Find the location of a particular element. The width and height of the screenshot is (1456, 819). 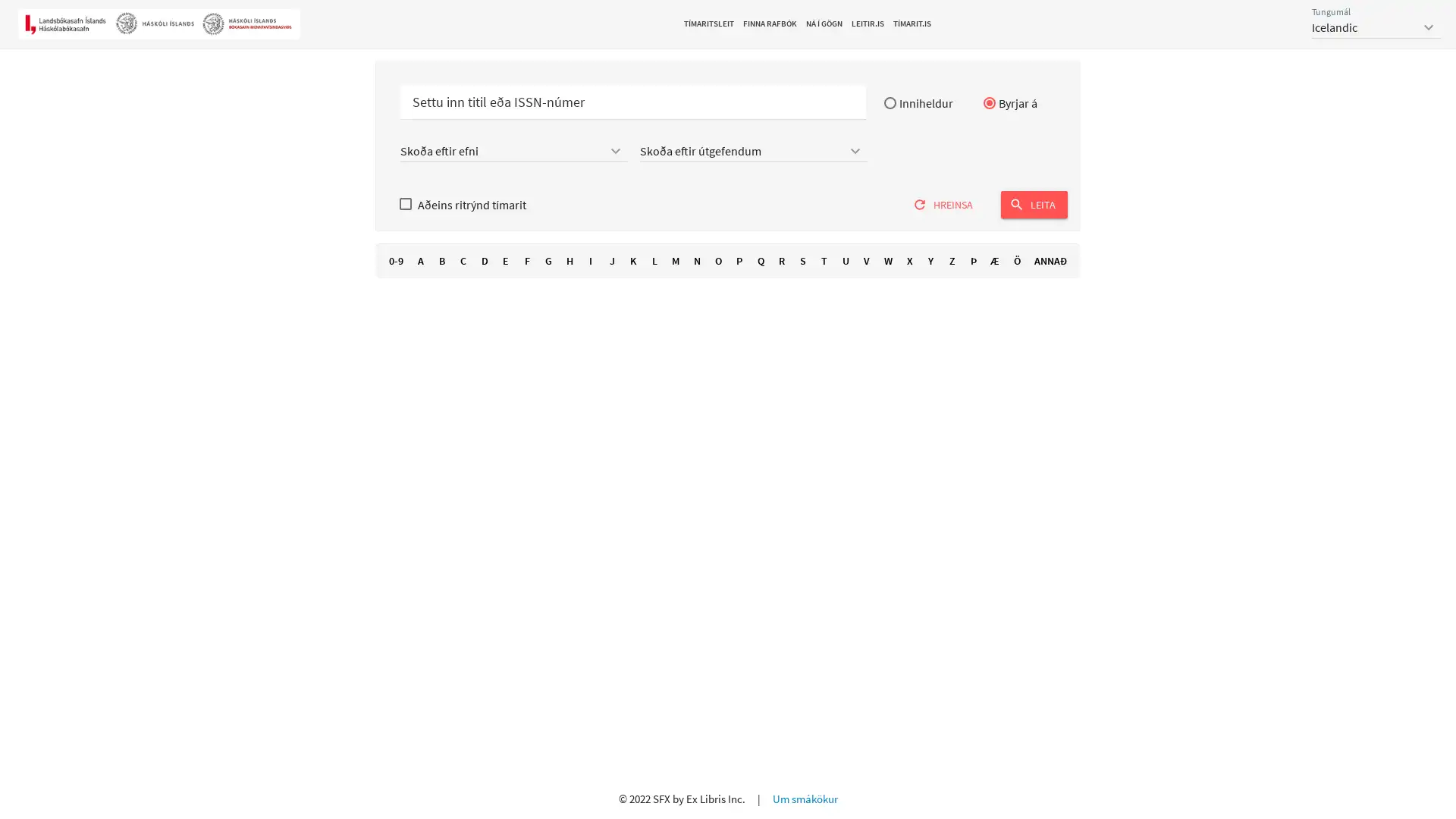

K is located at coordinates (633, 259).